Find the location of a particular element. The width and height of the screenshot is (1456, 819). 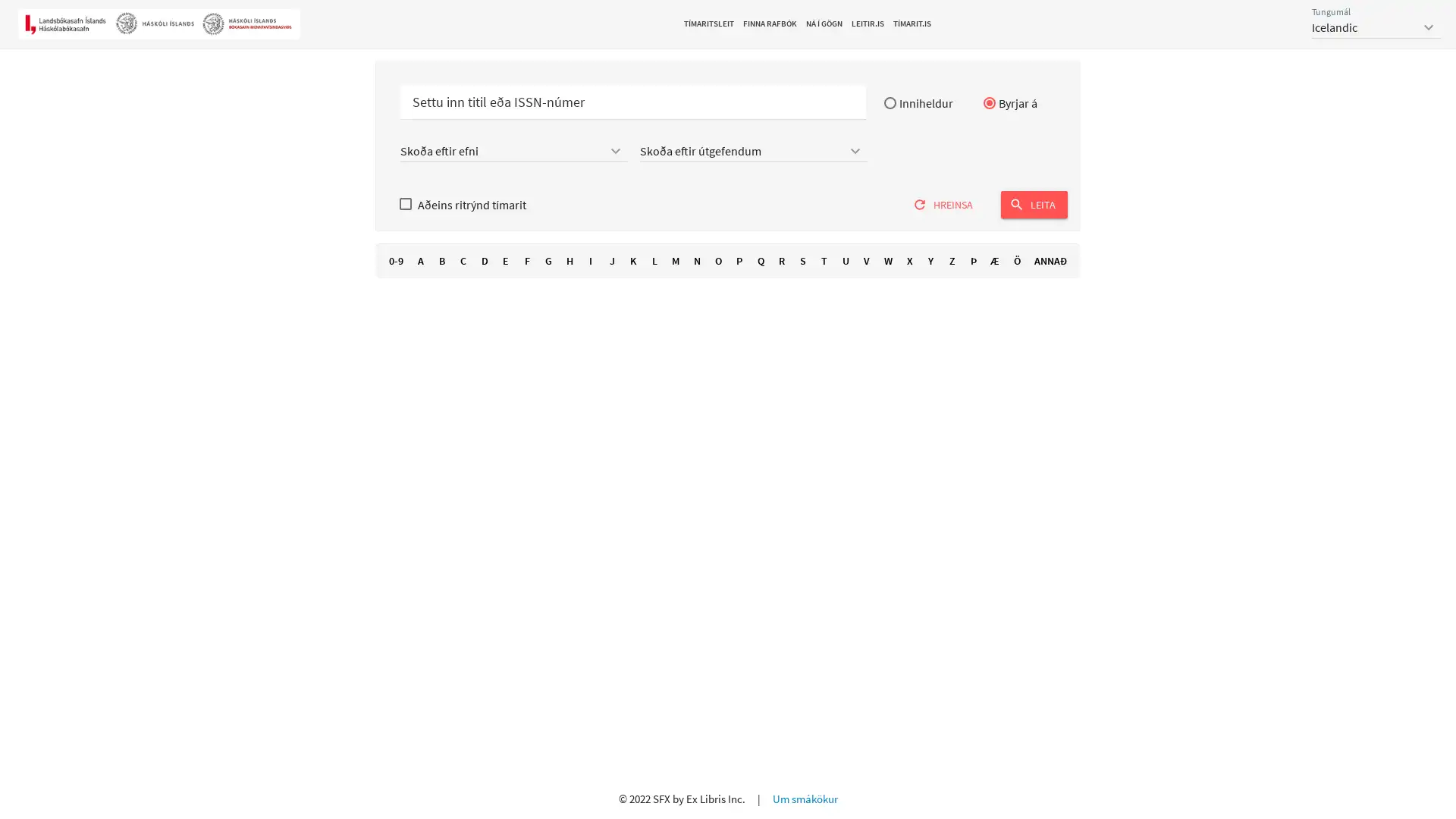

K is located at coordinates (633, 259).